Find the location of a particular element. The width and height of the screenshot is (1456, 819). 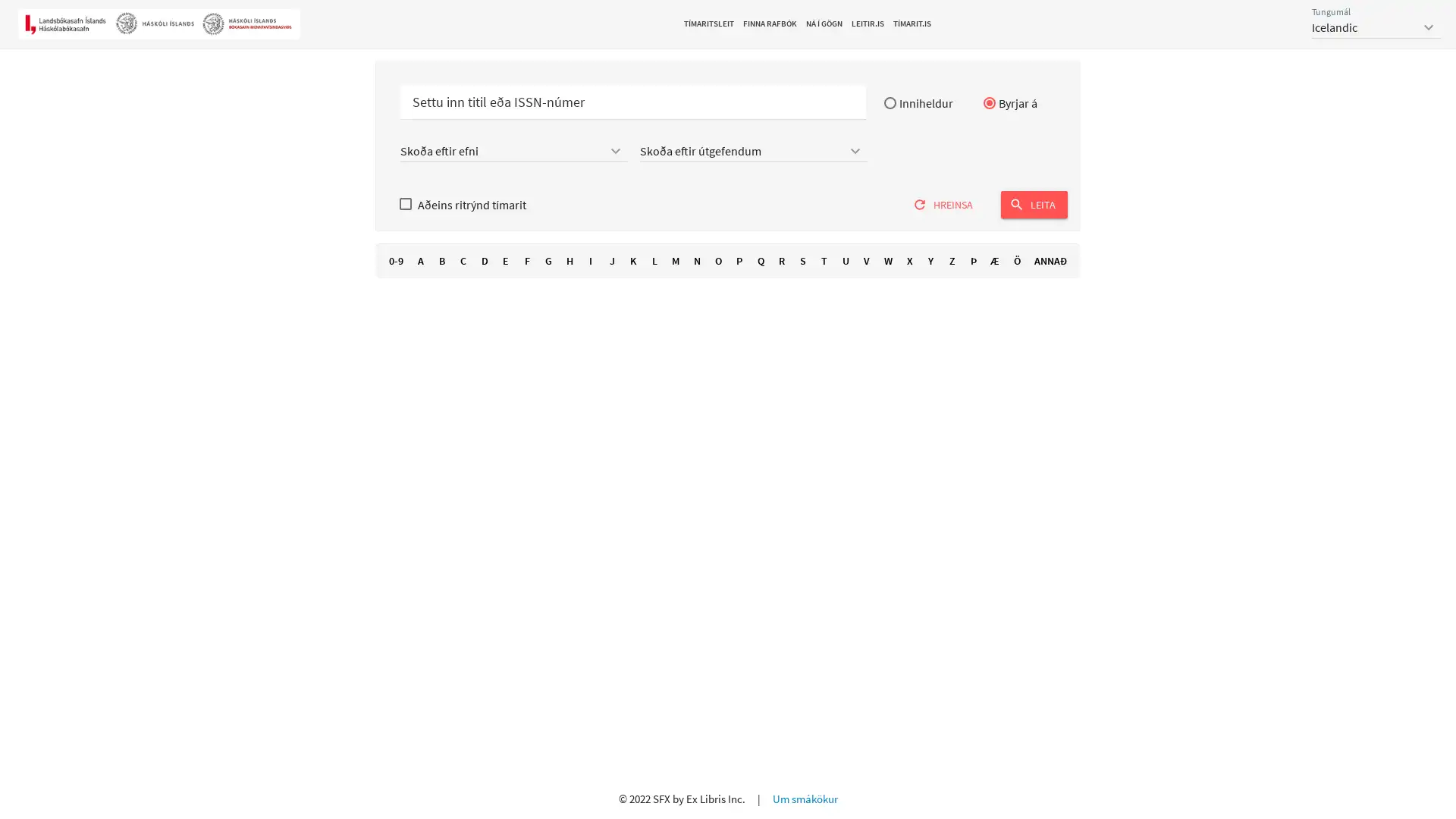

K is located at coordinates (633, 259).